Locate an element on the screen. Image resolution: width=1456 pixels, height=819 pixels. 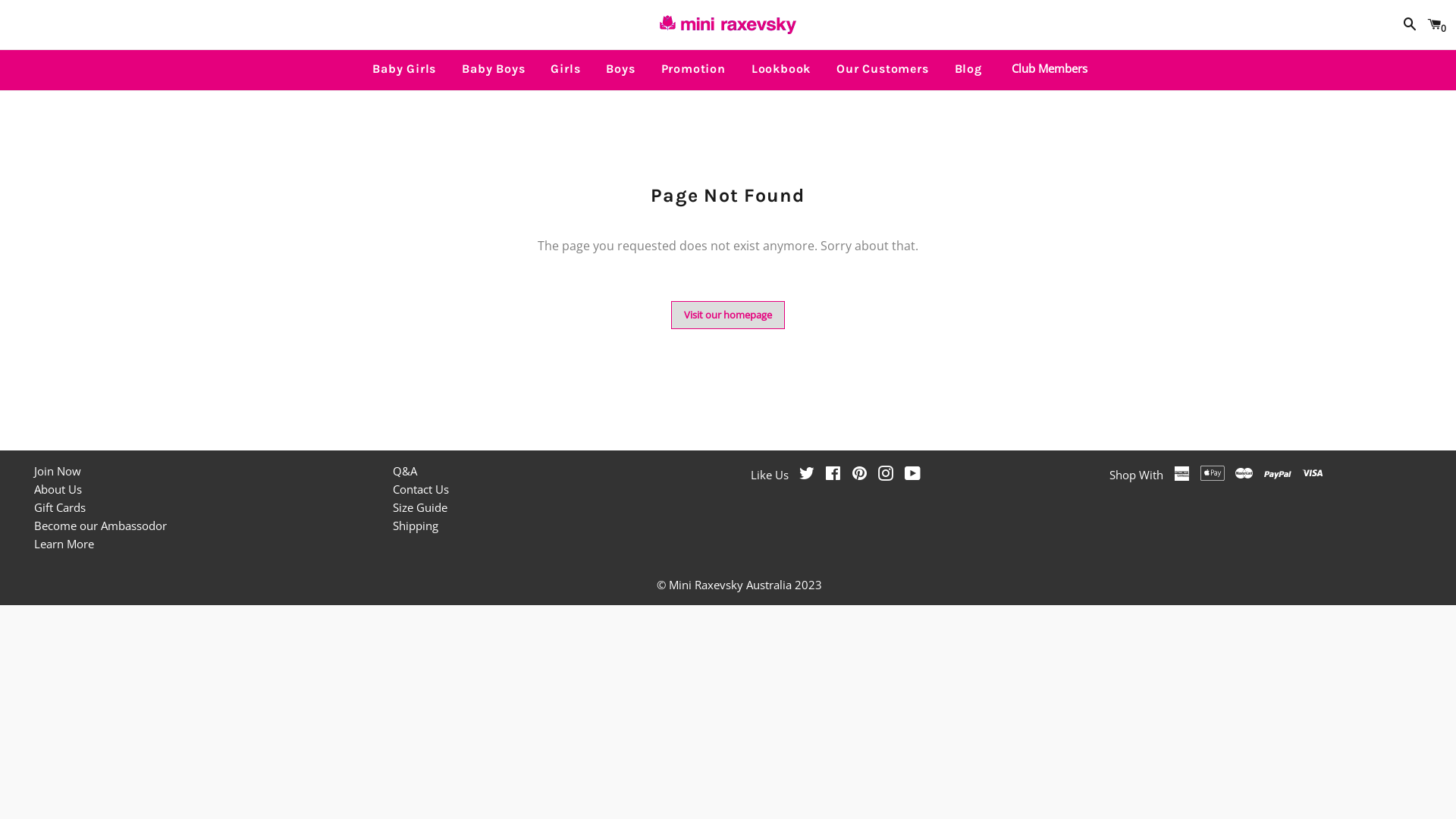
'Join Now' is located at coordinates (58, 470).